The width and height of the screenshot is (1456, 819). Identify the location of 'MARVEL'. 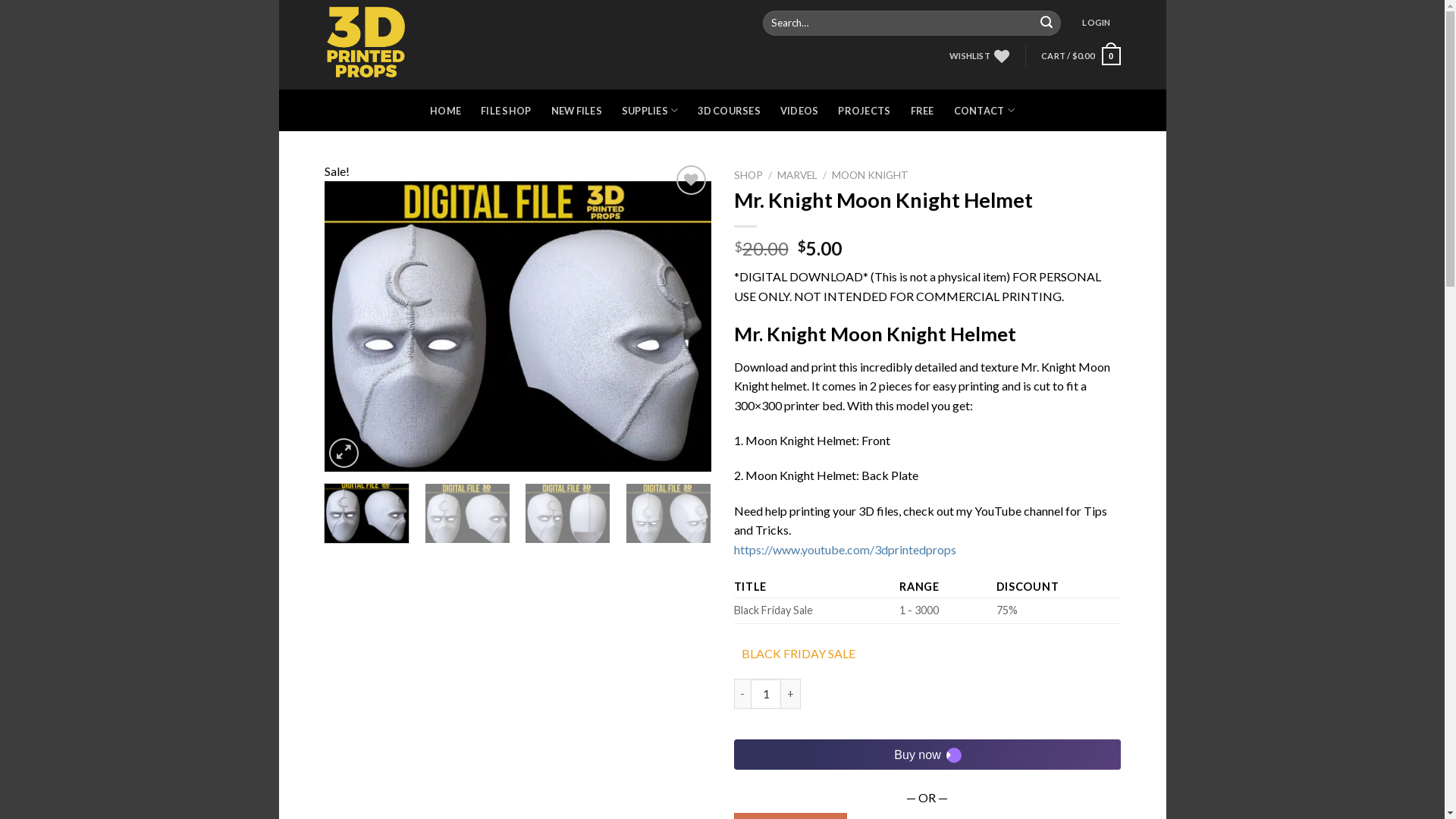
(796, 174).